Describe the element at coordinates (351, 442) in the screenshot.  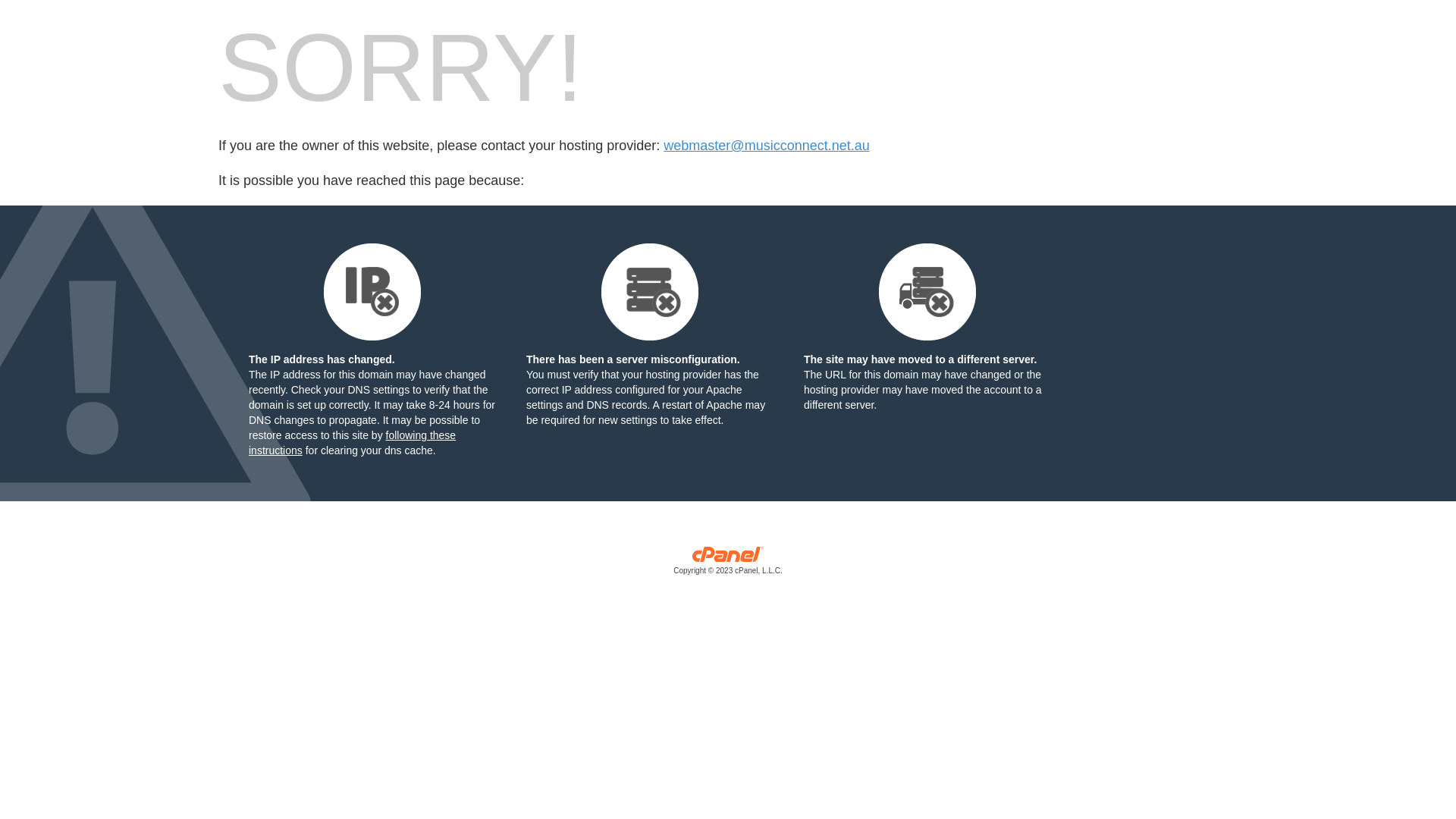
I see `'following these instructions'` at that location.